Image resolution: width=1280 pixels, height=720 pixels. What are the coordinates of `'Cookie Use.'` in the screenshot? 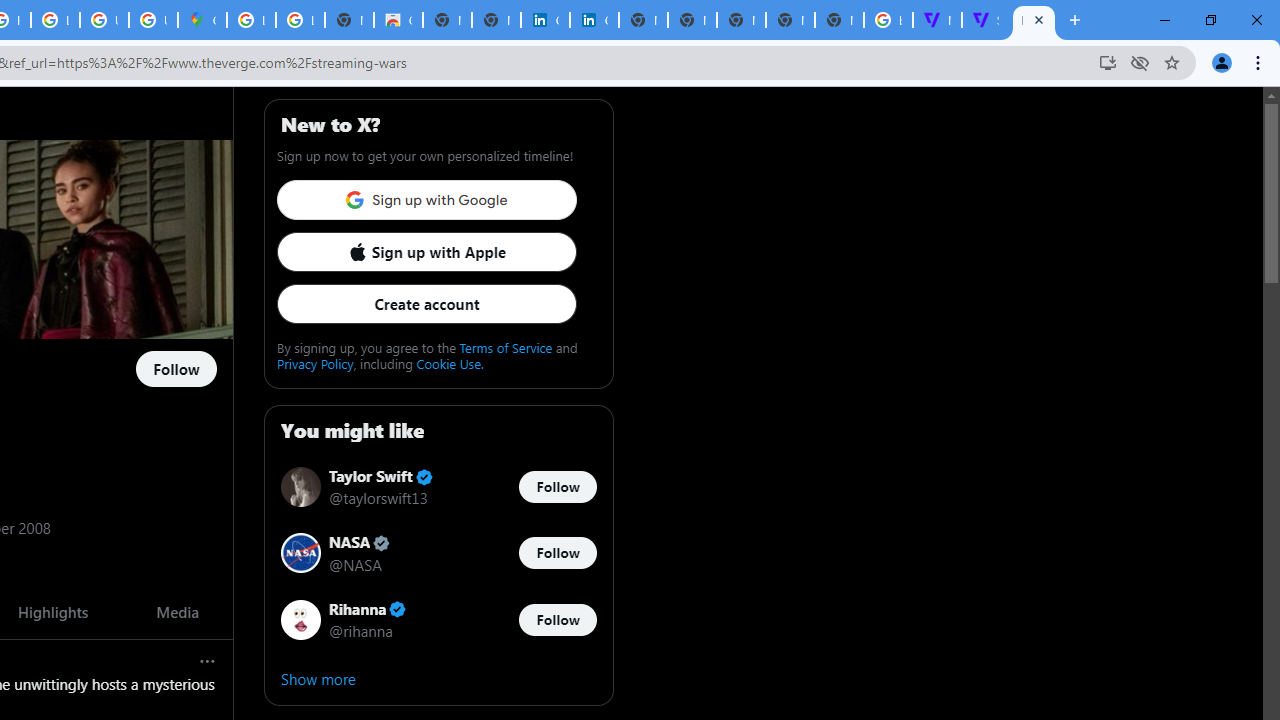 It's located at (448, 363).